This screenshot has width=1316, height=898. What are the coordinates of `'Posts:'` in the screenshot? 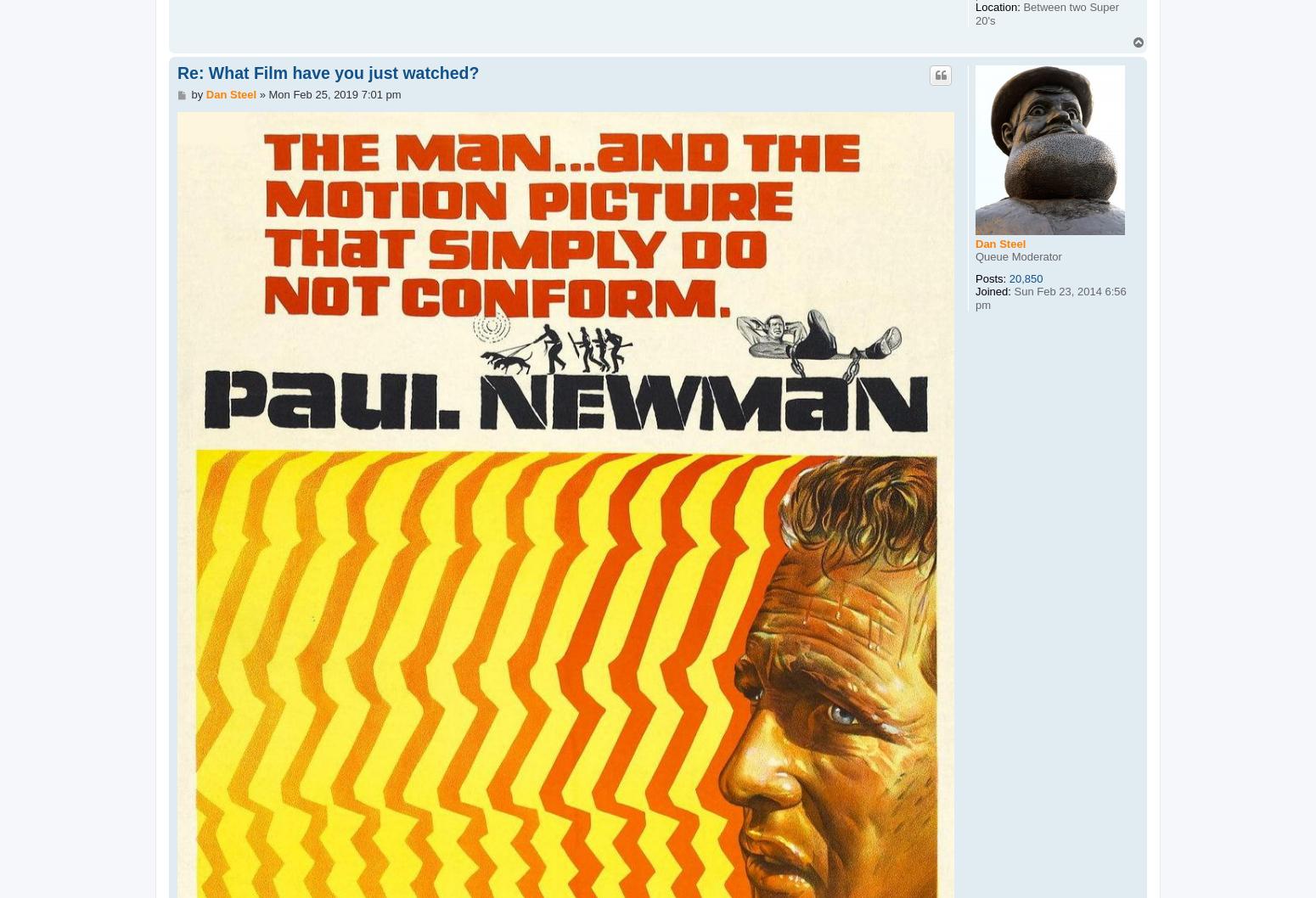 It's located at (990, 277).